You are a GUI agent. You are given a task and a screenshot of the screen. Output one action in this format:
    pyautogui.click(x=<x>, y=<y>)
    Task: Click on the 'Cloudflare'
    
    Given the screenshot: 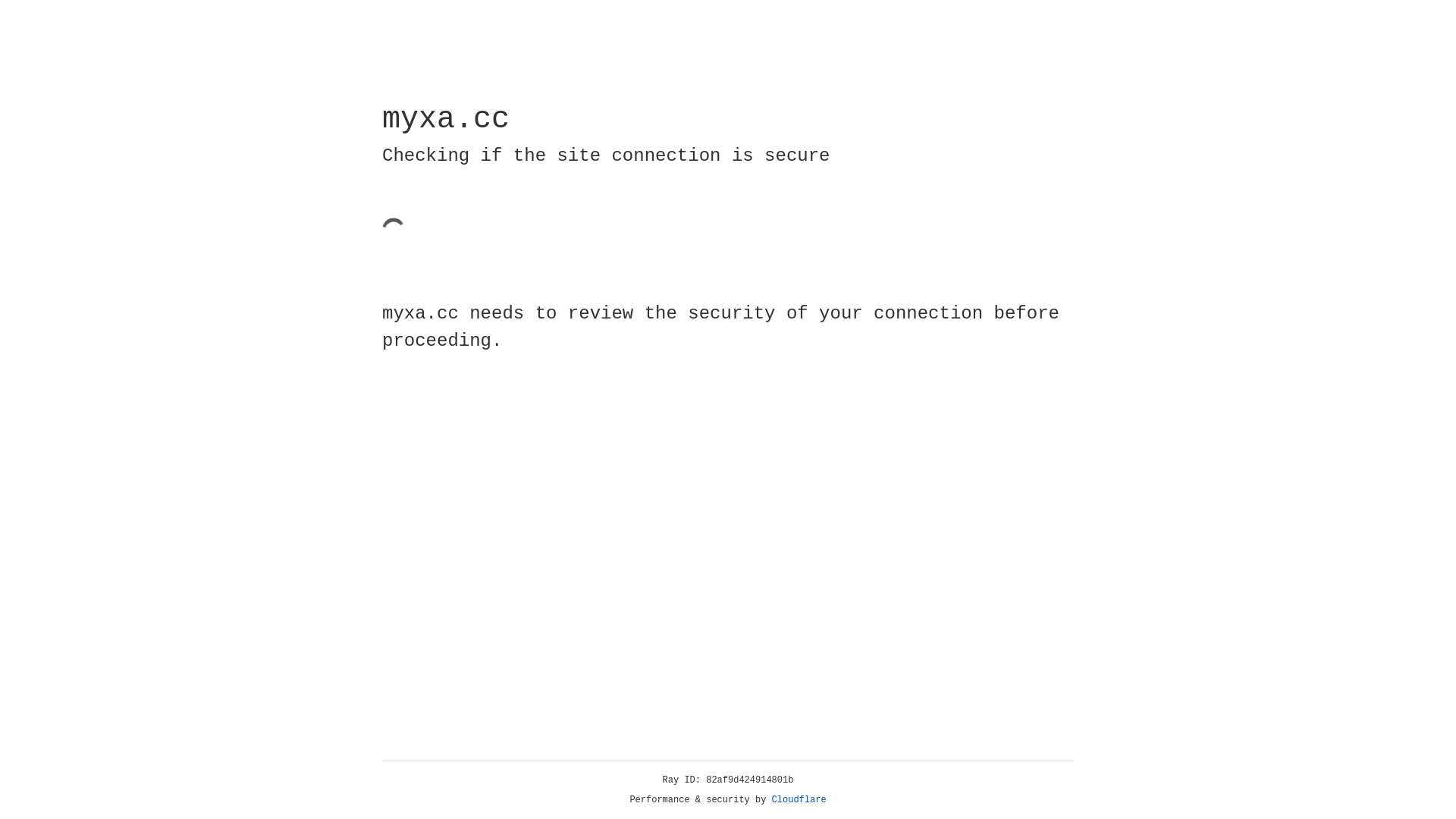 What is the action you would take?
    pyautogui.click(x=799, y=799)
    